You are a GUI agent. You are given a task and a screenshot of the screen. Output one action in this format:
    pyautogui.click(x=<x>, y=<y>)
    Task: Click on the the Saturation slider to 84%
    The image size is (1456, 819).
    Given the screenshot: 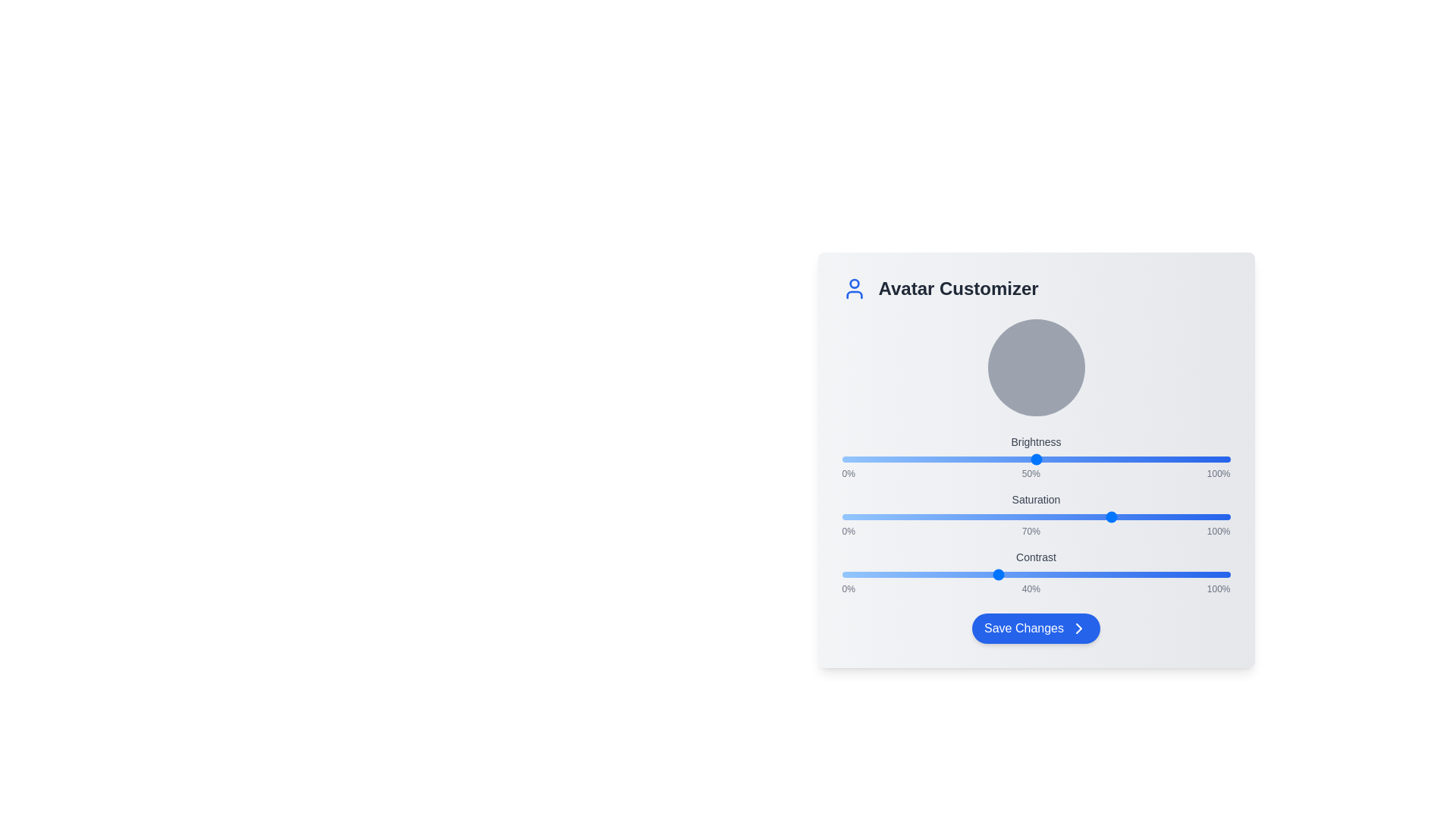 What is the action you would take?
    pyautogui.click(x=1167, y=516)
    